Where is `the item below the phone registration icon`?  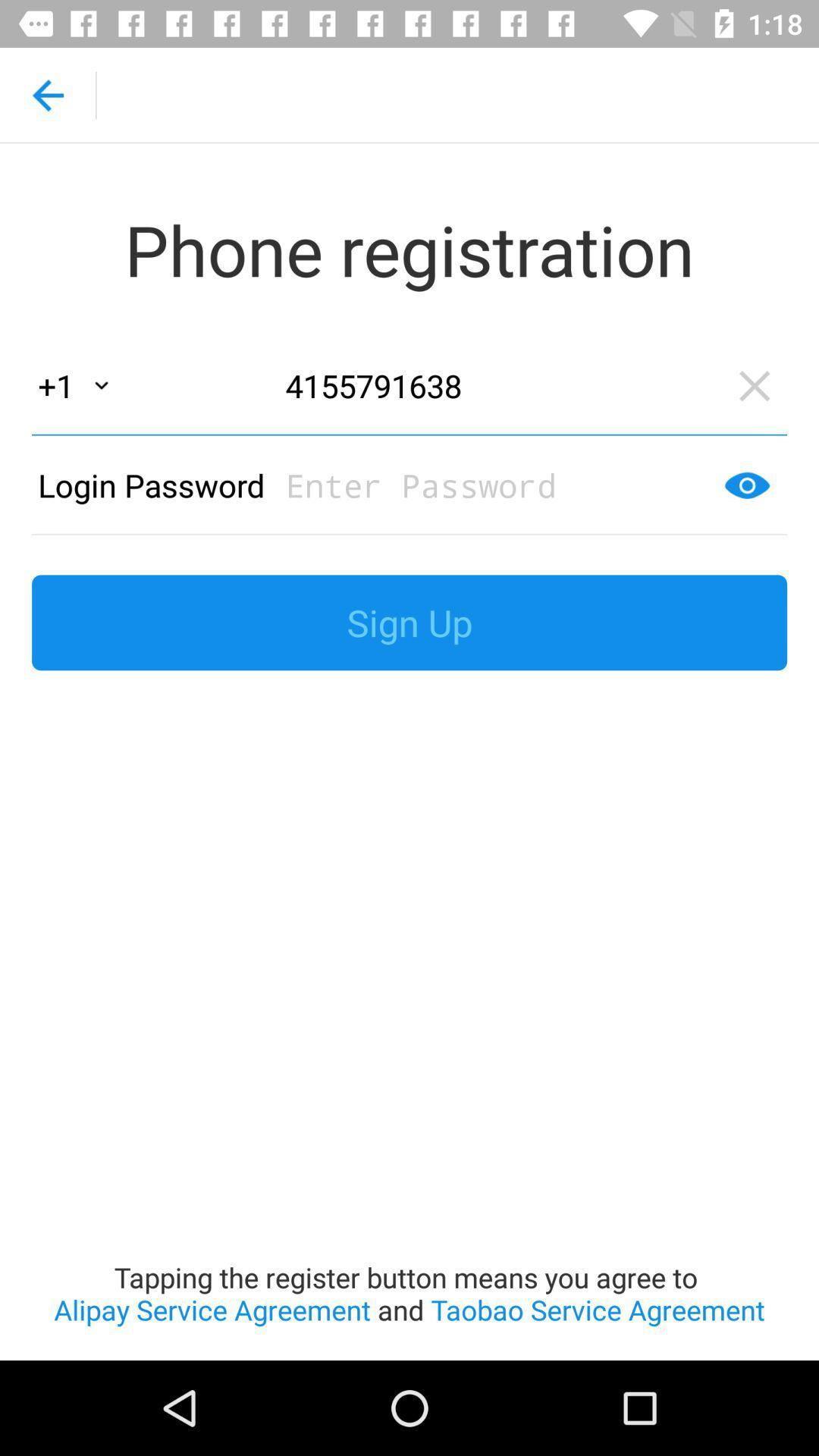 the item below the phone registration icon is located at coordinates (497, 385).